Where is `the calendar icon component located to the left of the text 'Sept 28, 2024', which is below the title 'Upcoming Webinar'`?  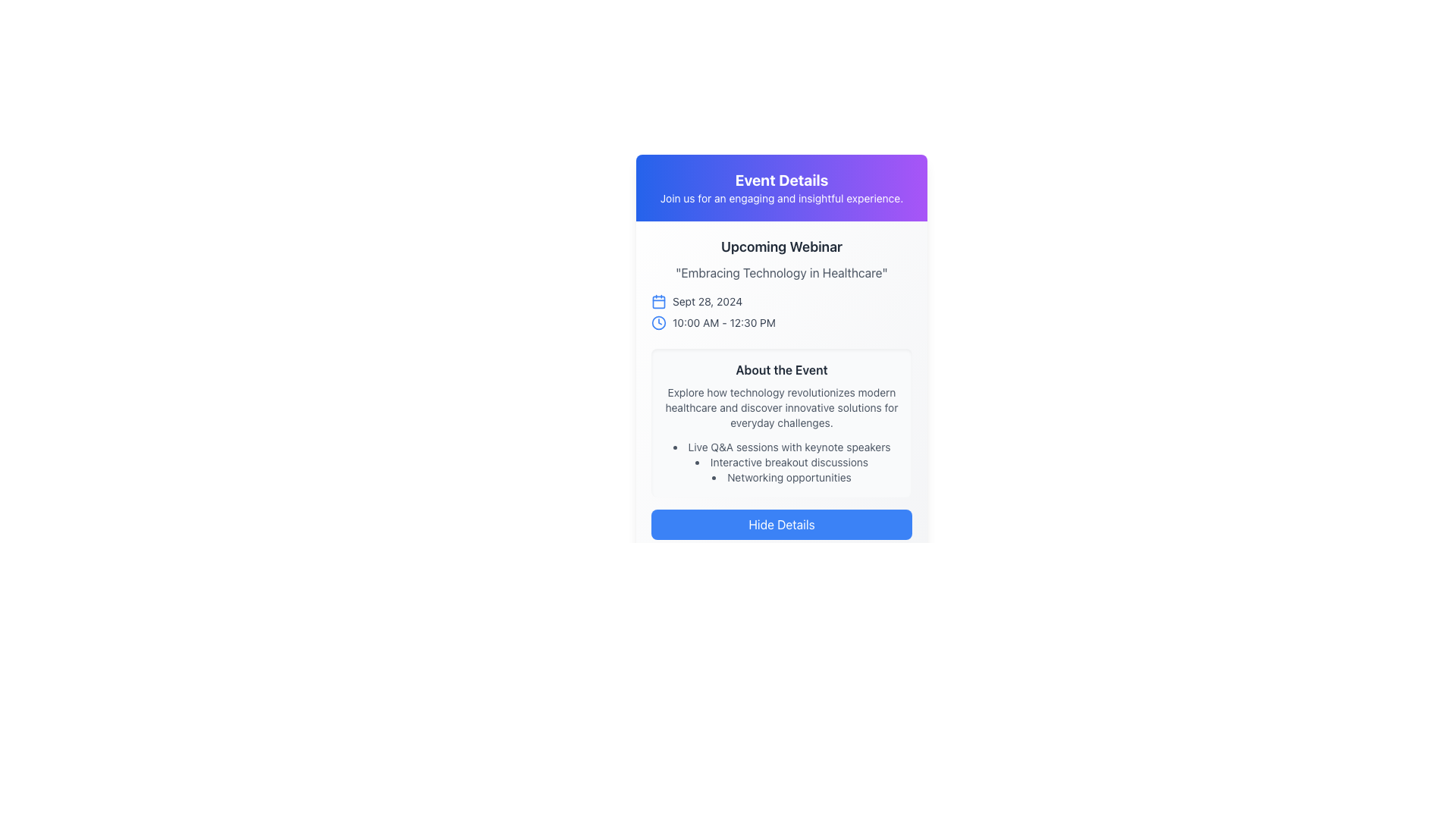
the calendar icon component located to the left of the text 'Sept 28, 2024', which is below the title 'Upcoming Webinar' is located at coordinates (658, 301).